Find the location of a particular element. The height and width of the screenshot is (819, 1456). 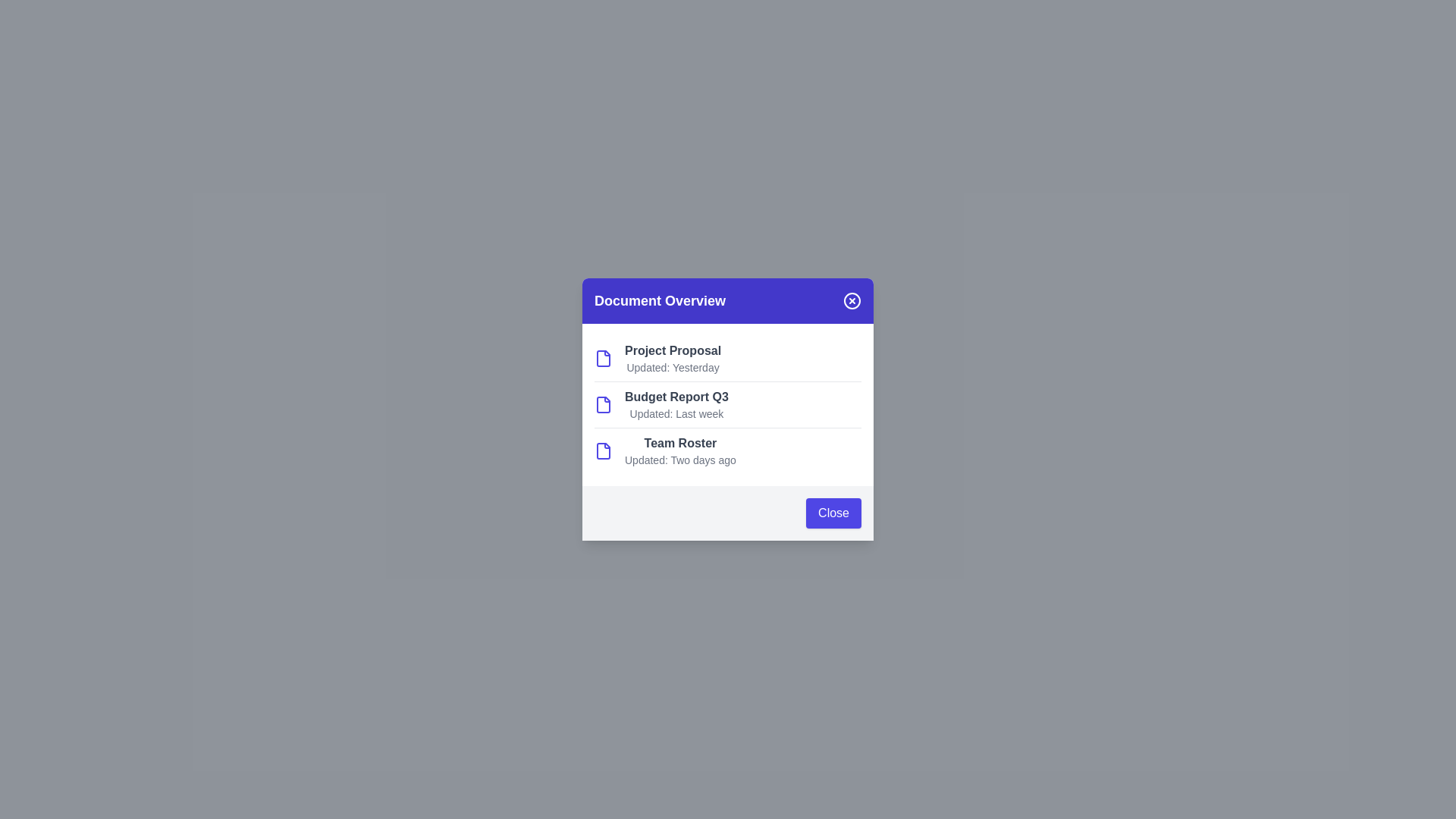

the text 'Project Proposal' to select it is located at coordinates (659, 350).